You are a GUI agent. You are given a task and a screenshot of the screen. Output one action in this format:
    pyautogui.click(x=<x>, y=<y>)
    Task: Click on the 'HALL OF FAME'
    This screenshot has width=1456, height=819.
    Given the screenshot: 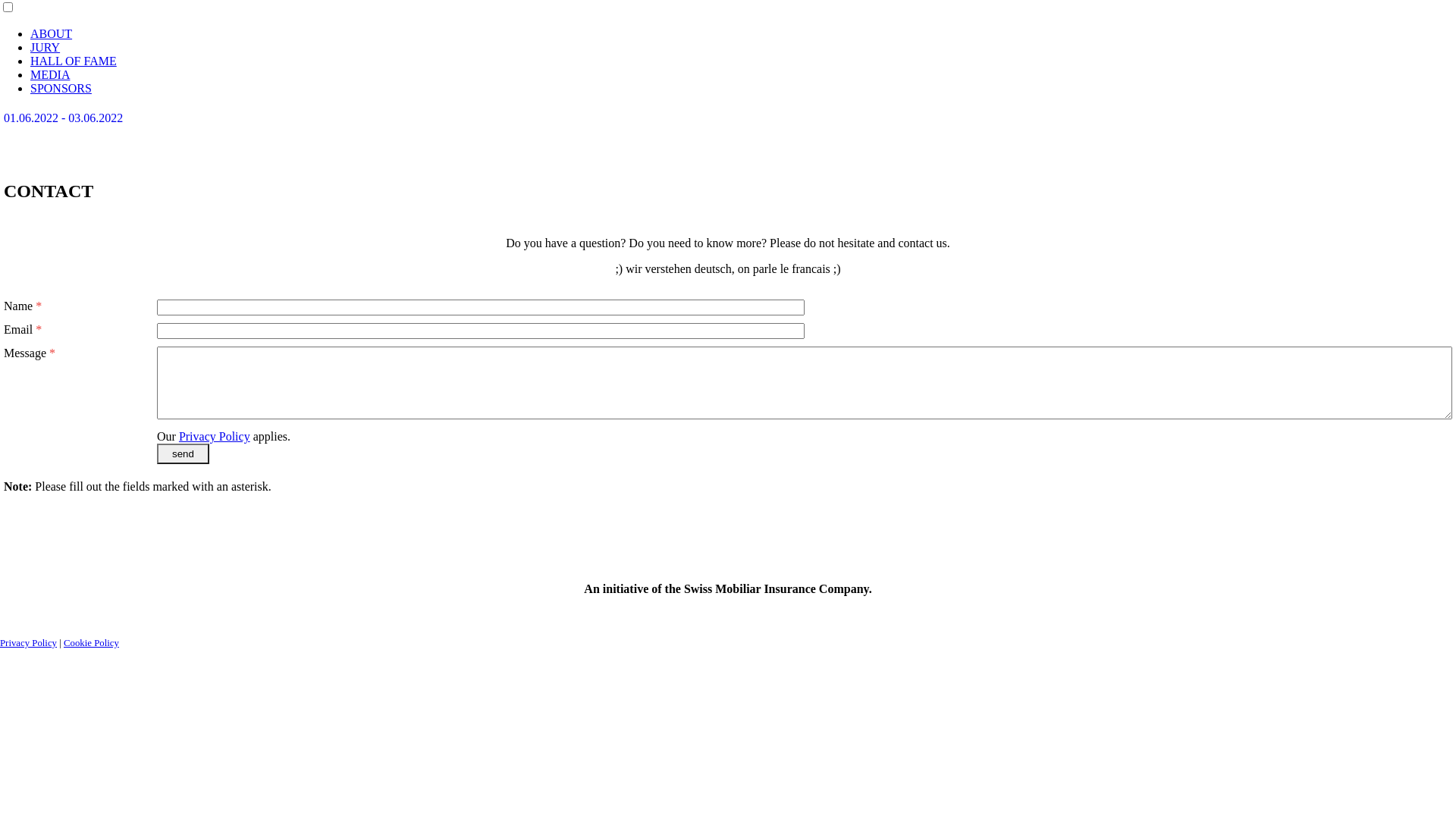 What is the action you would take?
    pyautogui.click(x=72, y=60)
    